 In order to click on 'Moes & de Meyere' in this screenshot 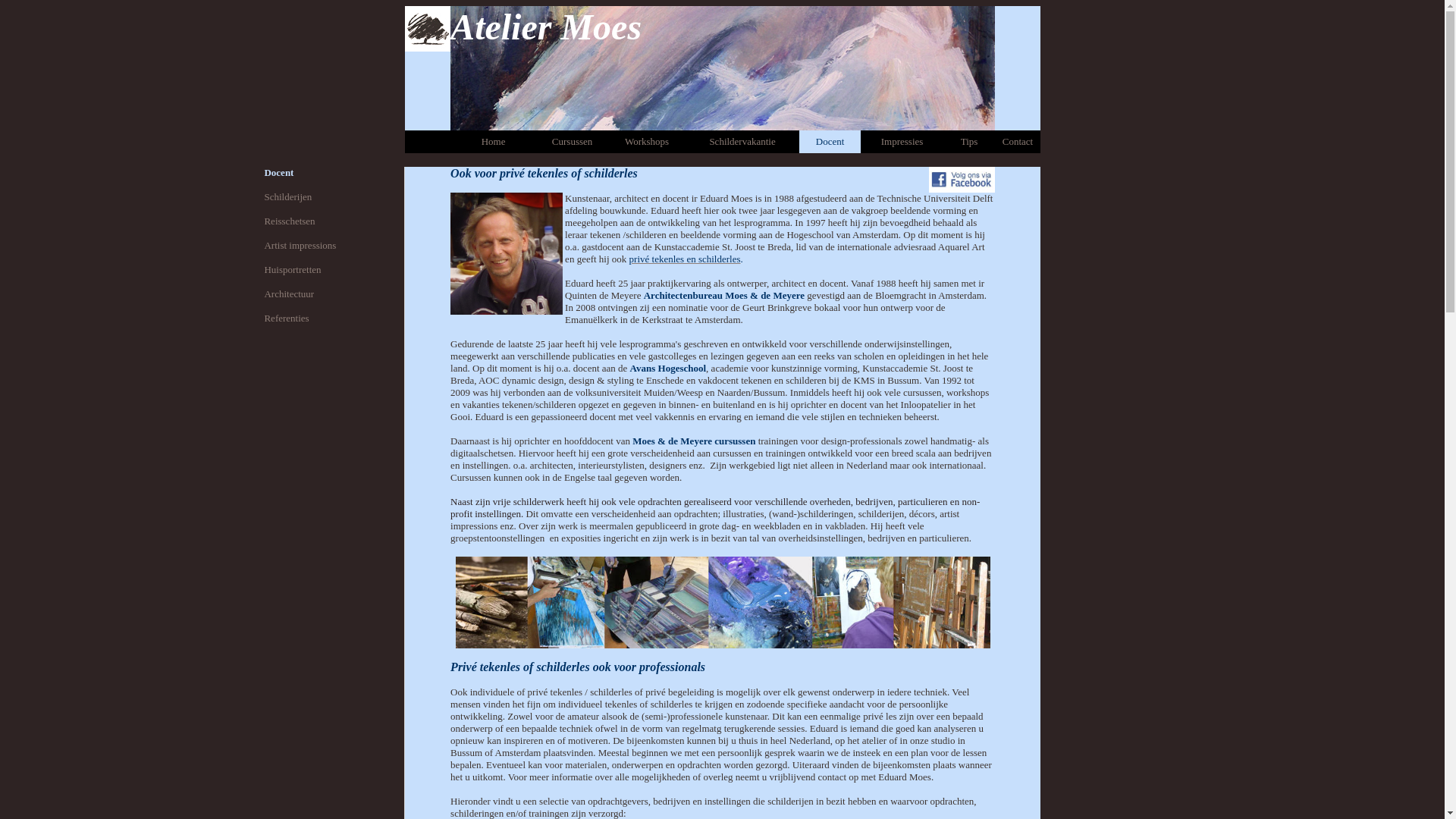, I will do `click(764, 295)`.